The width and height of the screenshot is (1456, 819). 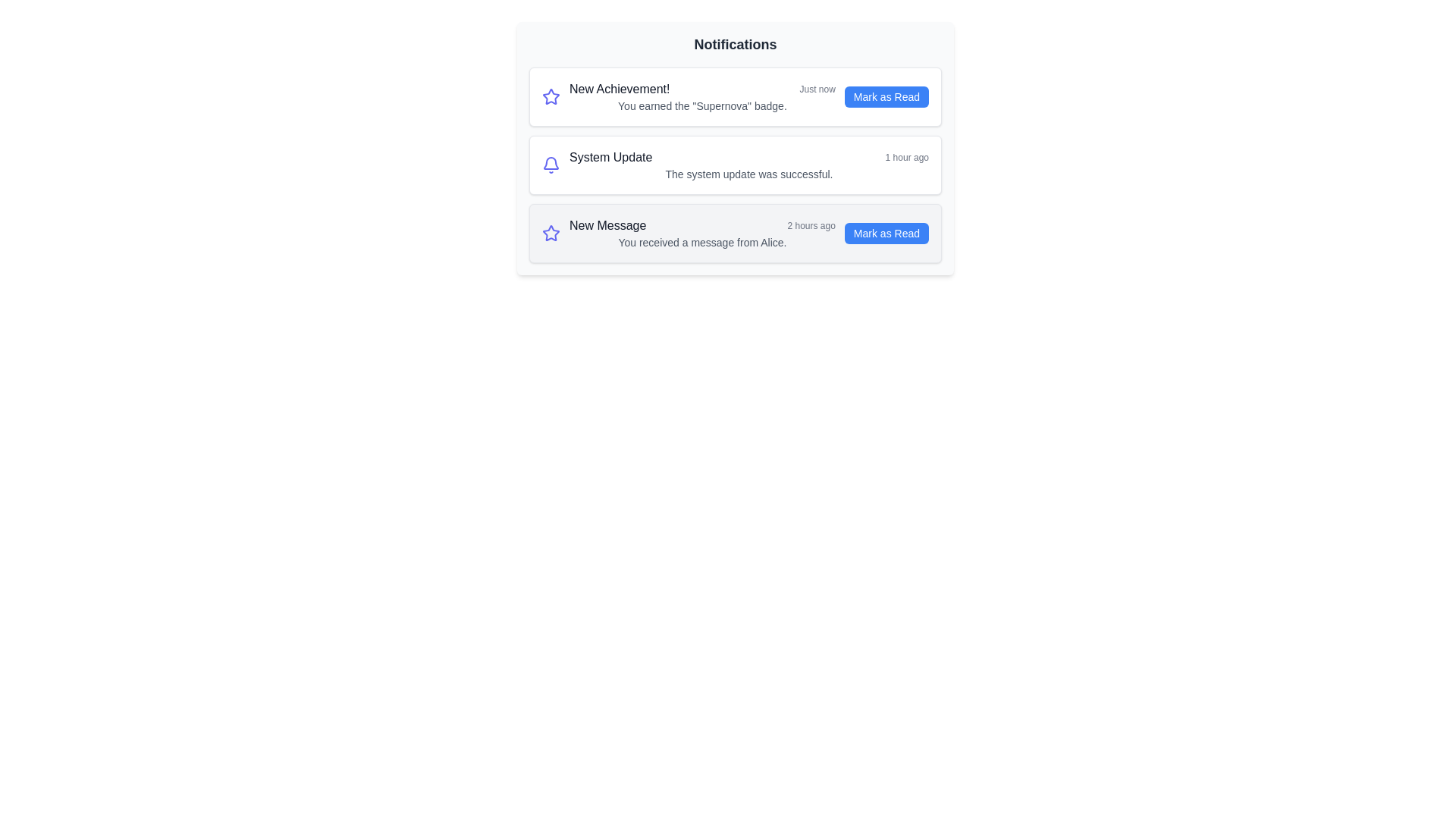 I want to click on the static text informing the user about earning a specific badge, located below the heading 'New Achievement!' and timestamp 'Just now' within the first notification card, so click(x=701, y=105).